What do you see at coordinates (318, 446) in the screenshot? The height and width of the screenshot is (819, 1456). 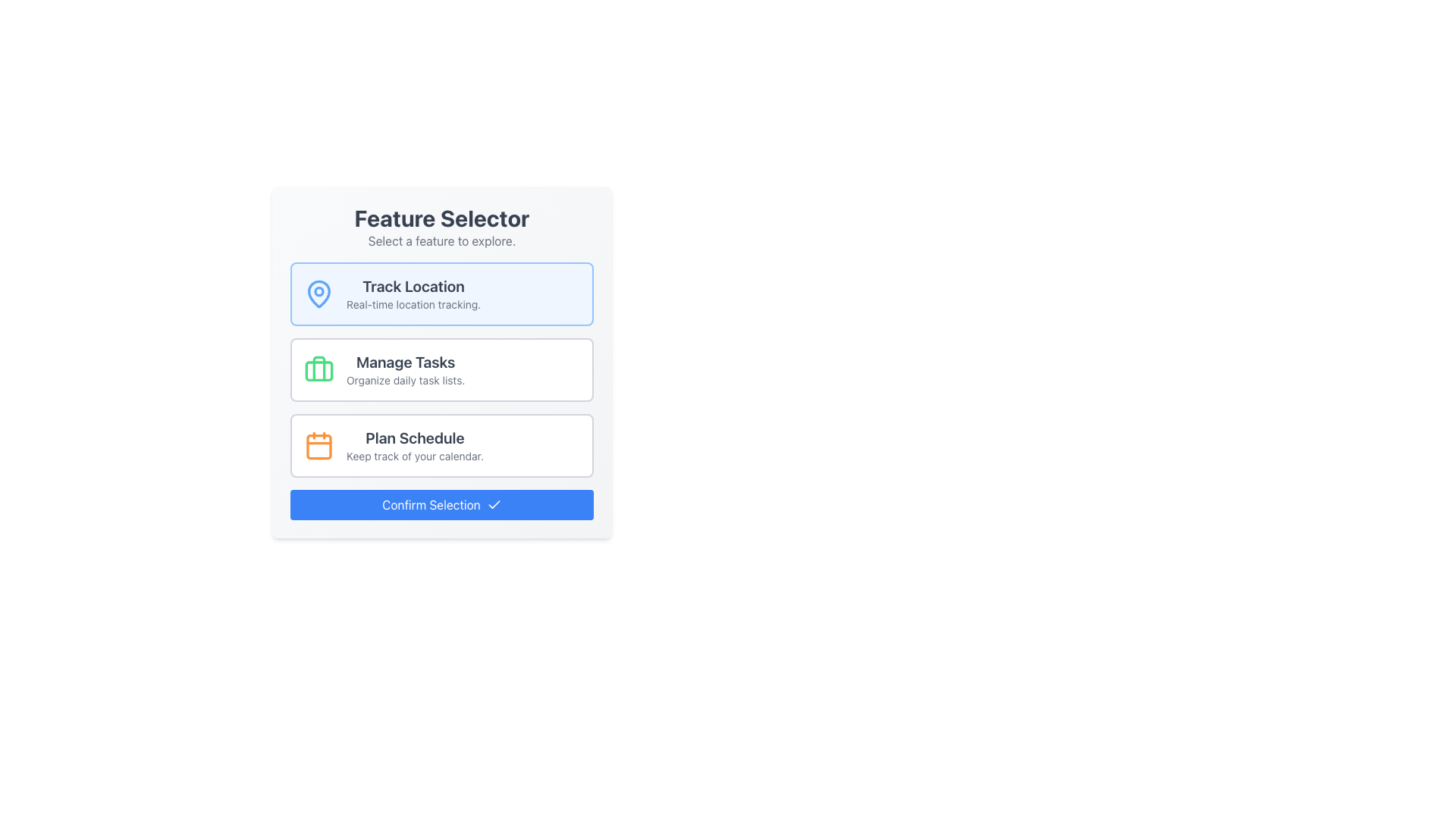 I see `the 'Plan Schedule' icon within the button component, which is located to the far left of the button next to the associated text` at bounding box center [318, 446].